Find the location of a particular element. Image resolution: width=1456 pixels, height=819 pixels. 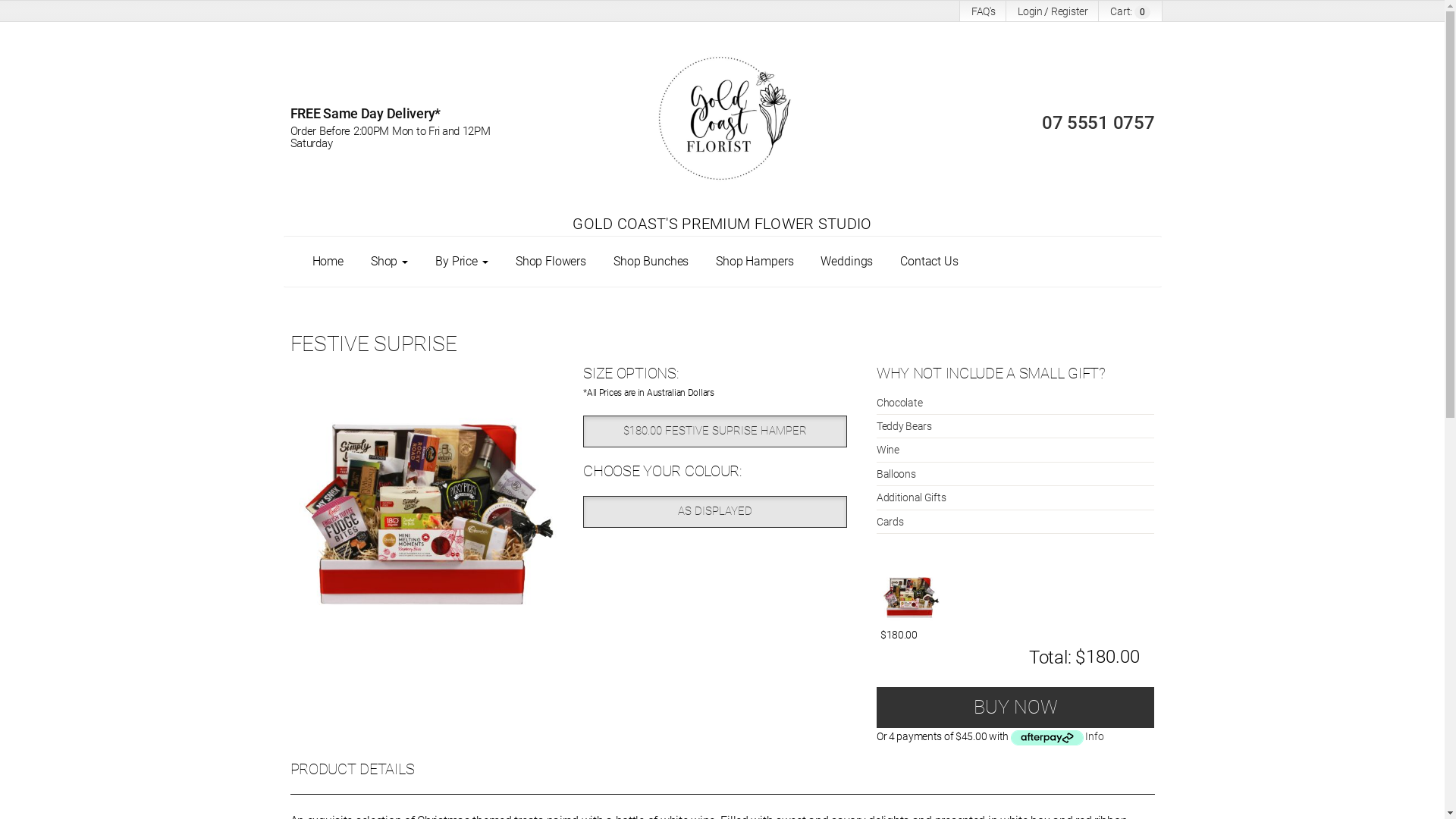

'Chocolate' is located at coordinates (1015, 402).